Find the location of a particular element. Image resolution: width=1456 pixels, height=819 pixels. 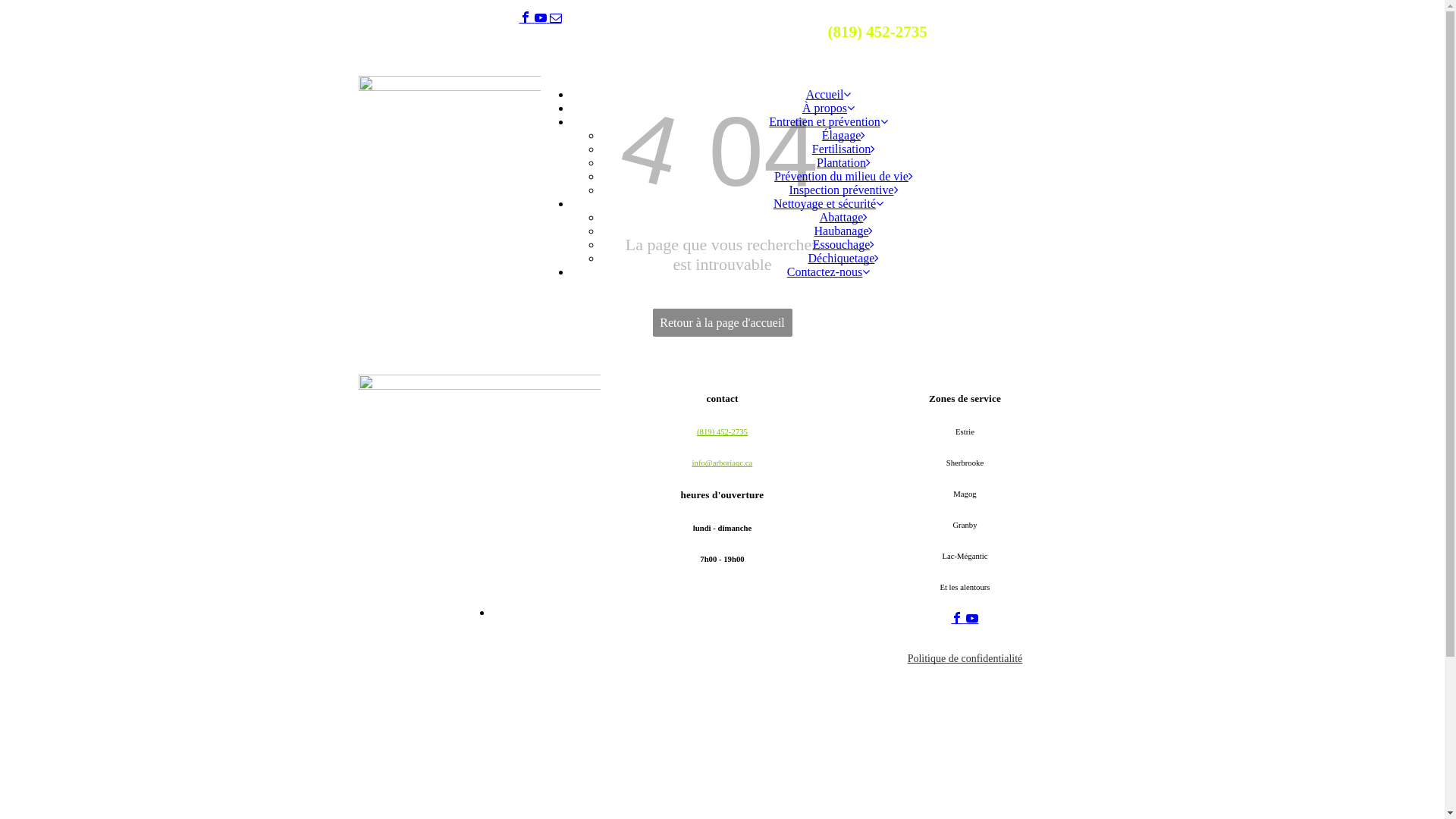

'Fertilisation' is located at coordinates (843, 149).